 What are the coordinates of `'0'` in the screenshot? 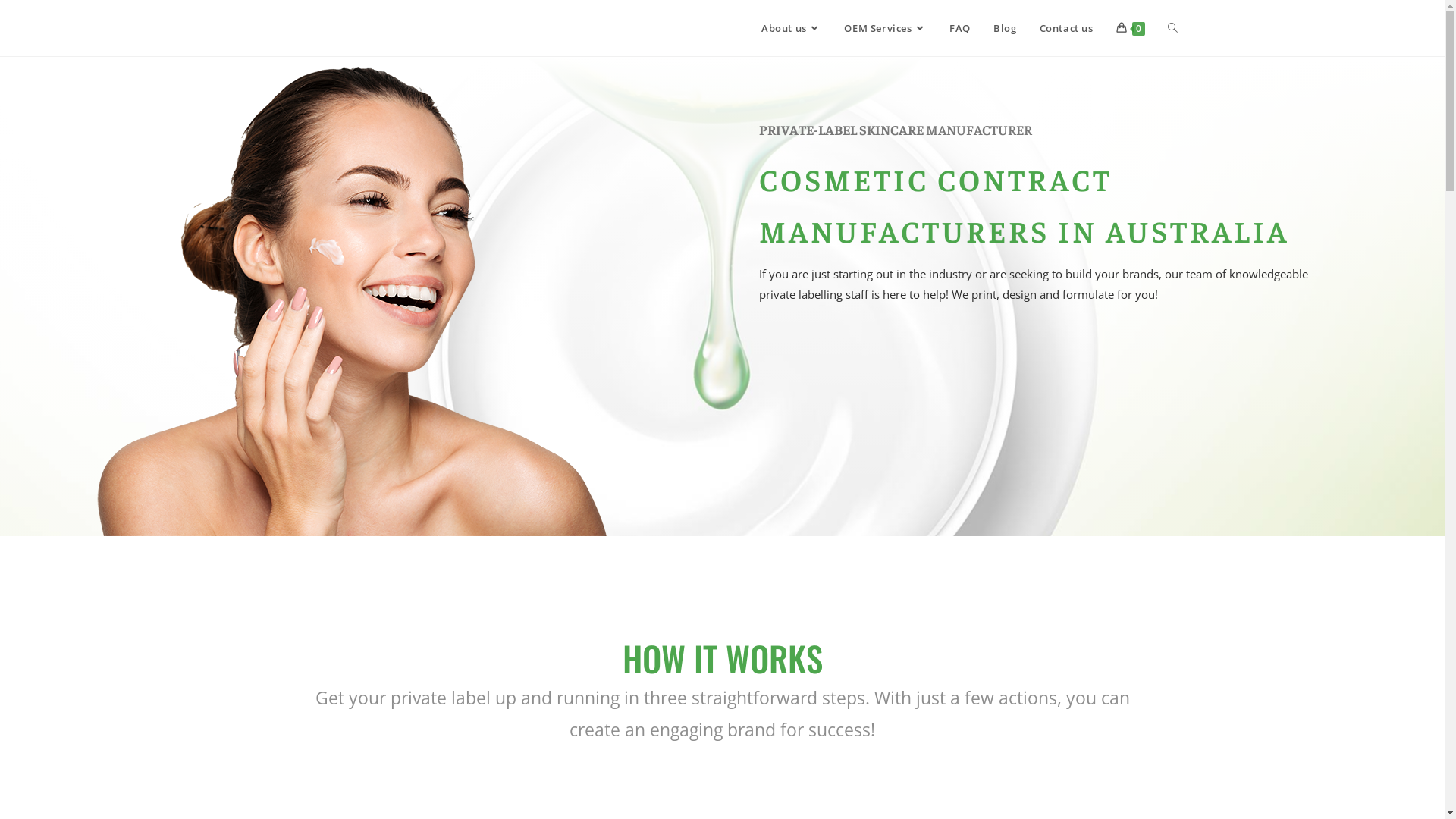 It's located at (1103, 28).